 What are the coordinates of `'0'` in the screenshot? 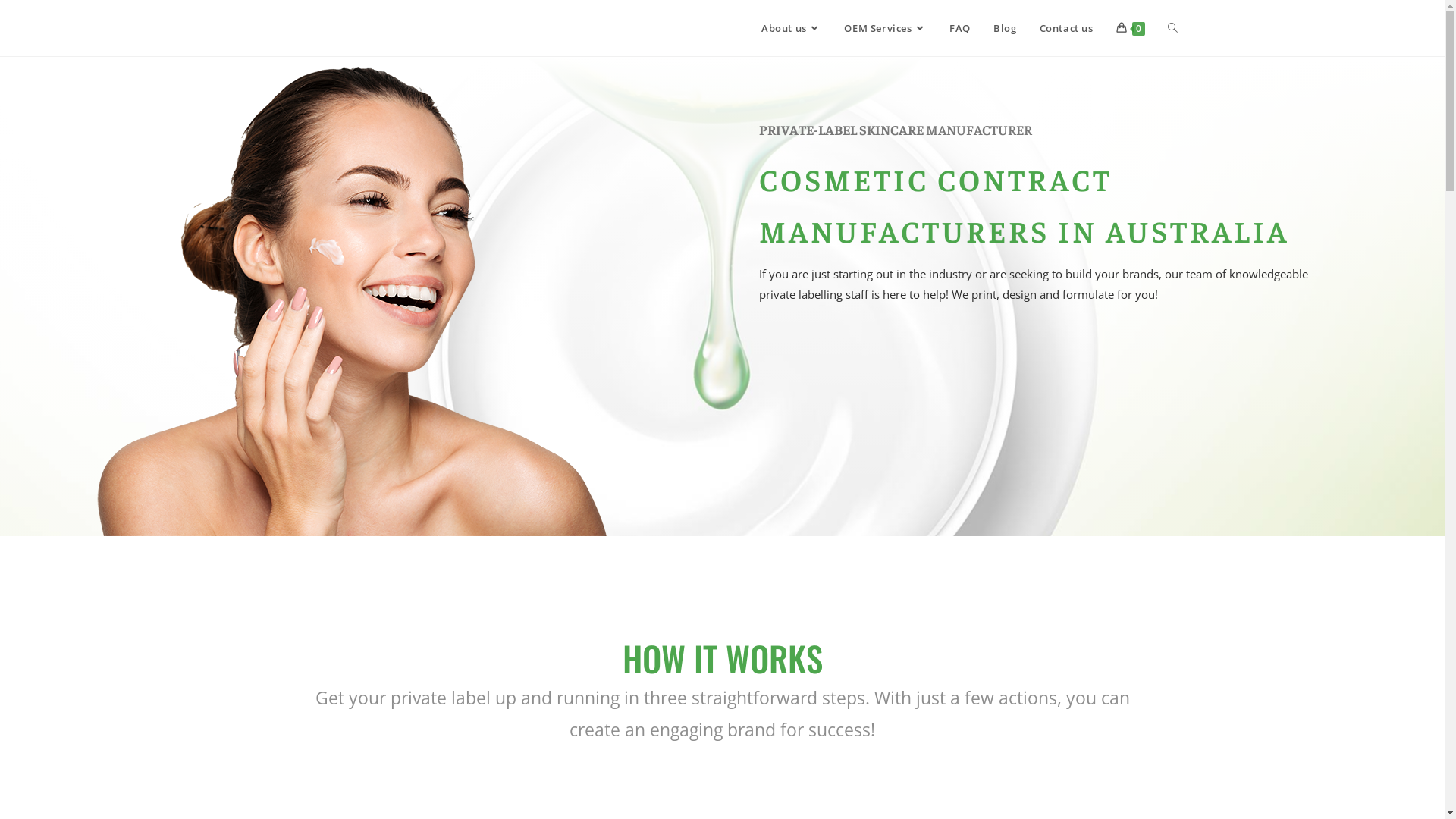 It's located at (1103, 28).